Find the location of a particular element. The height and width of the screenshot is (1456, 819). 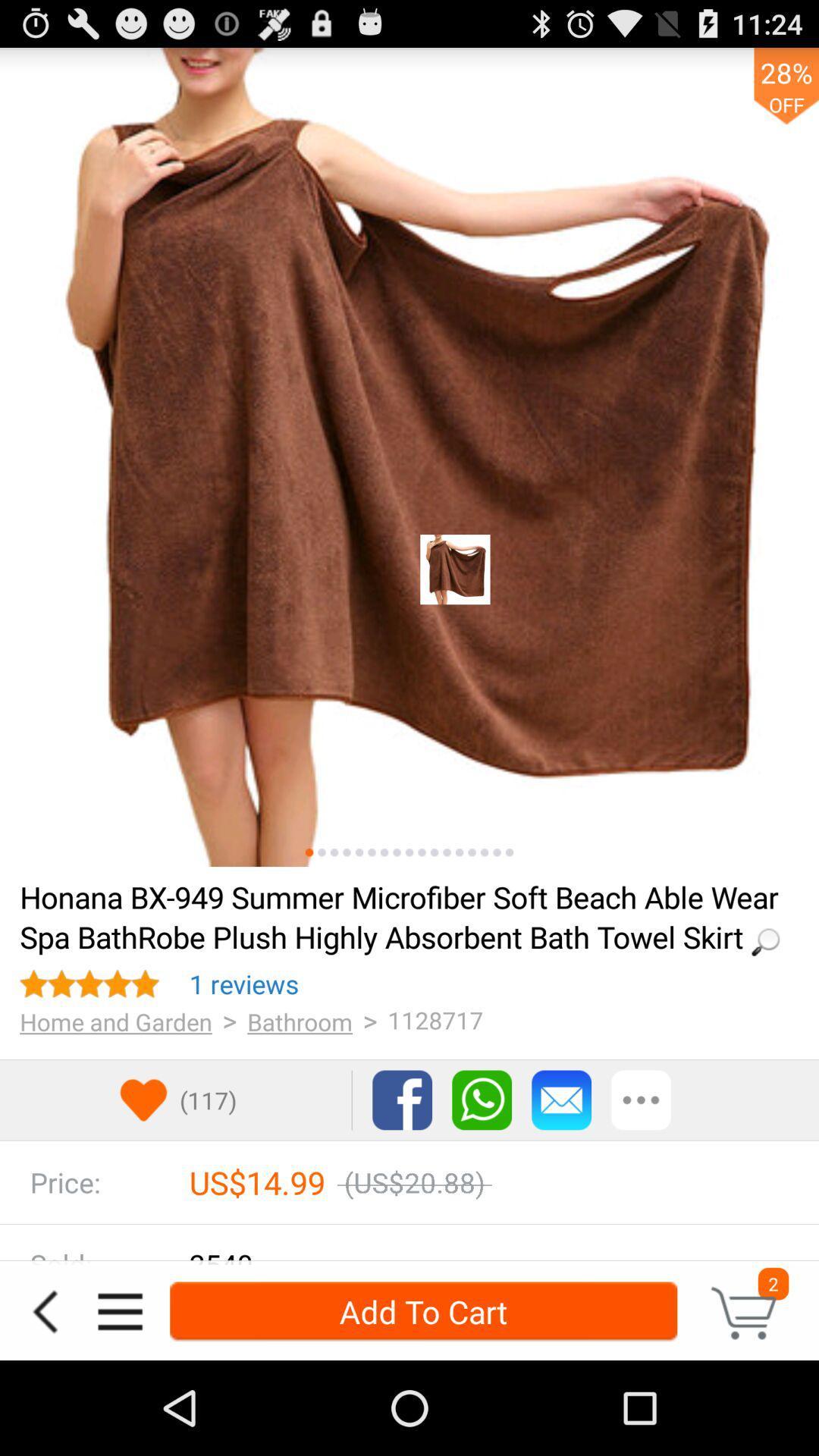

change image is located at coordinates (359, 852).